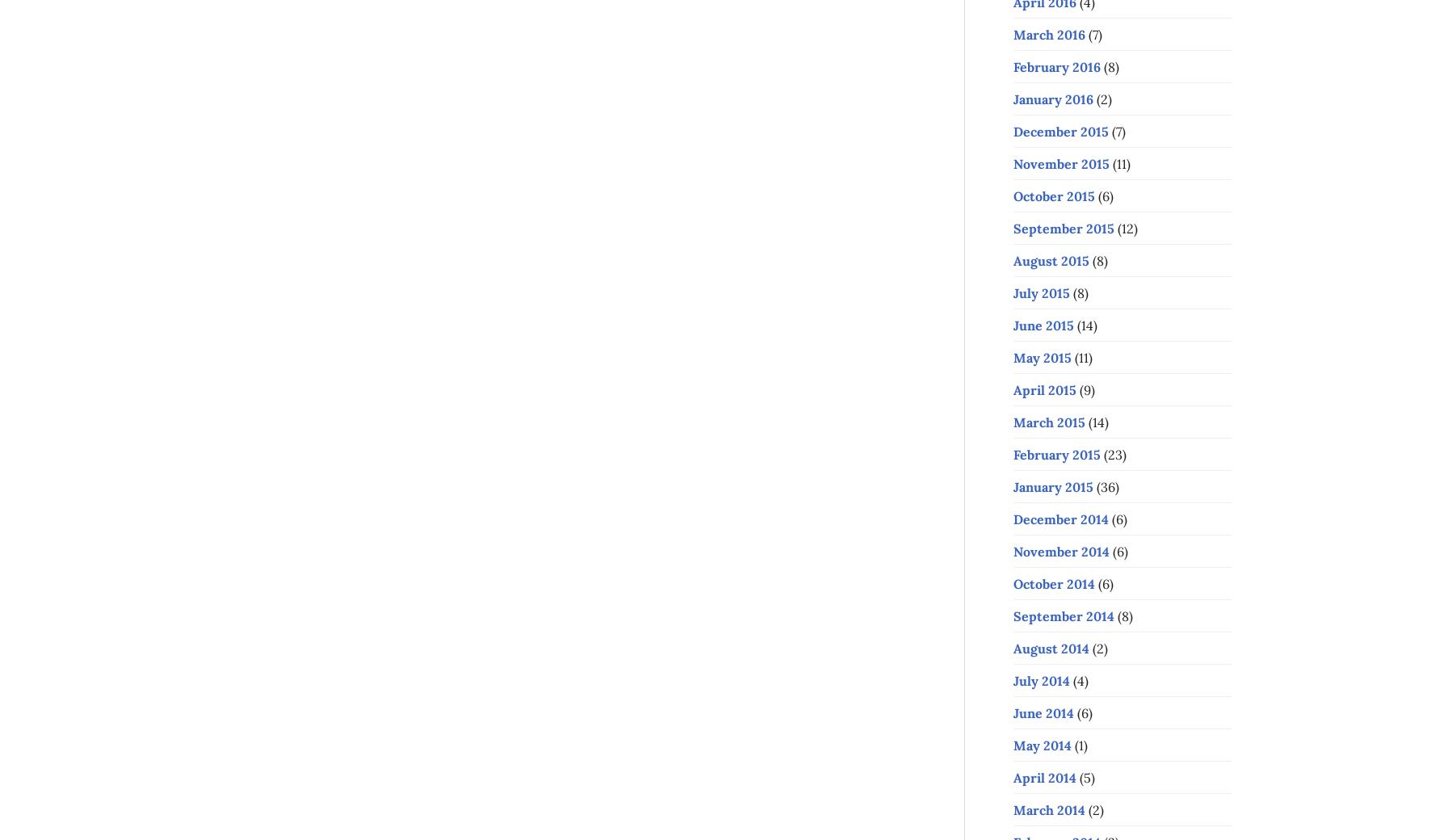 The image size is (1445, 840). What do you see at coordinates (1052, 485) in the screenshot?
I see `'January 2015'` at bounding box center [1052, 485].